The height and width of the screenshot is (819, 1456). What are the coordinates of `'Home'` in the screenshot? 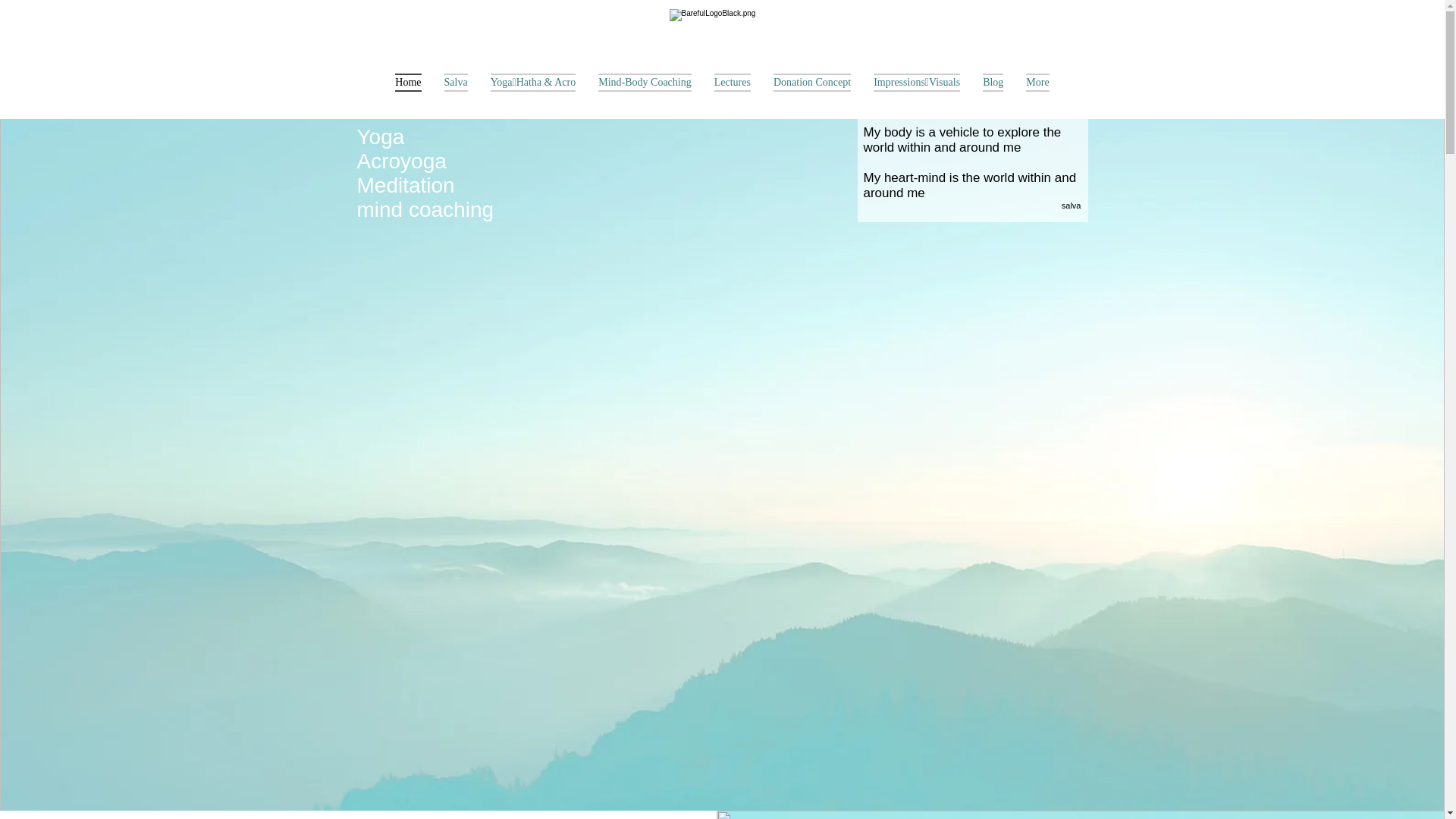 It's located at (407, 93).